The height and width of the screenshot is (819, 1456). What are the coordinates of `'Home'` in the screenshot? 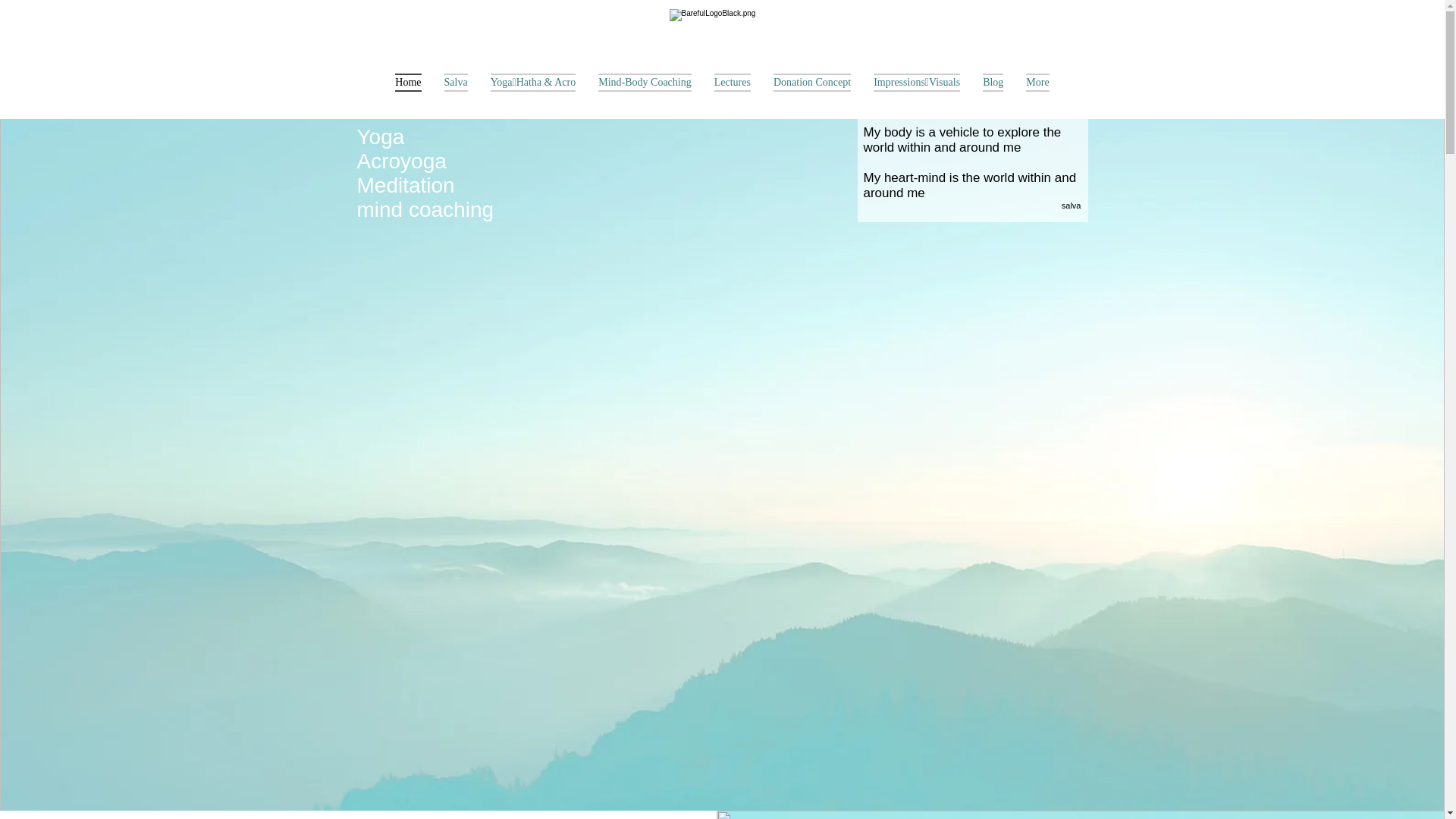 It's located at (407, 93).